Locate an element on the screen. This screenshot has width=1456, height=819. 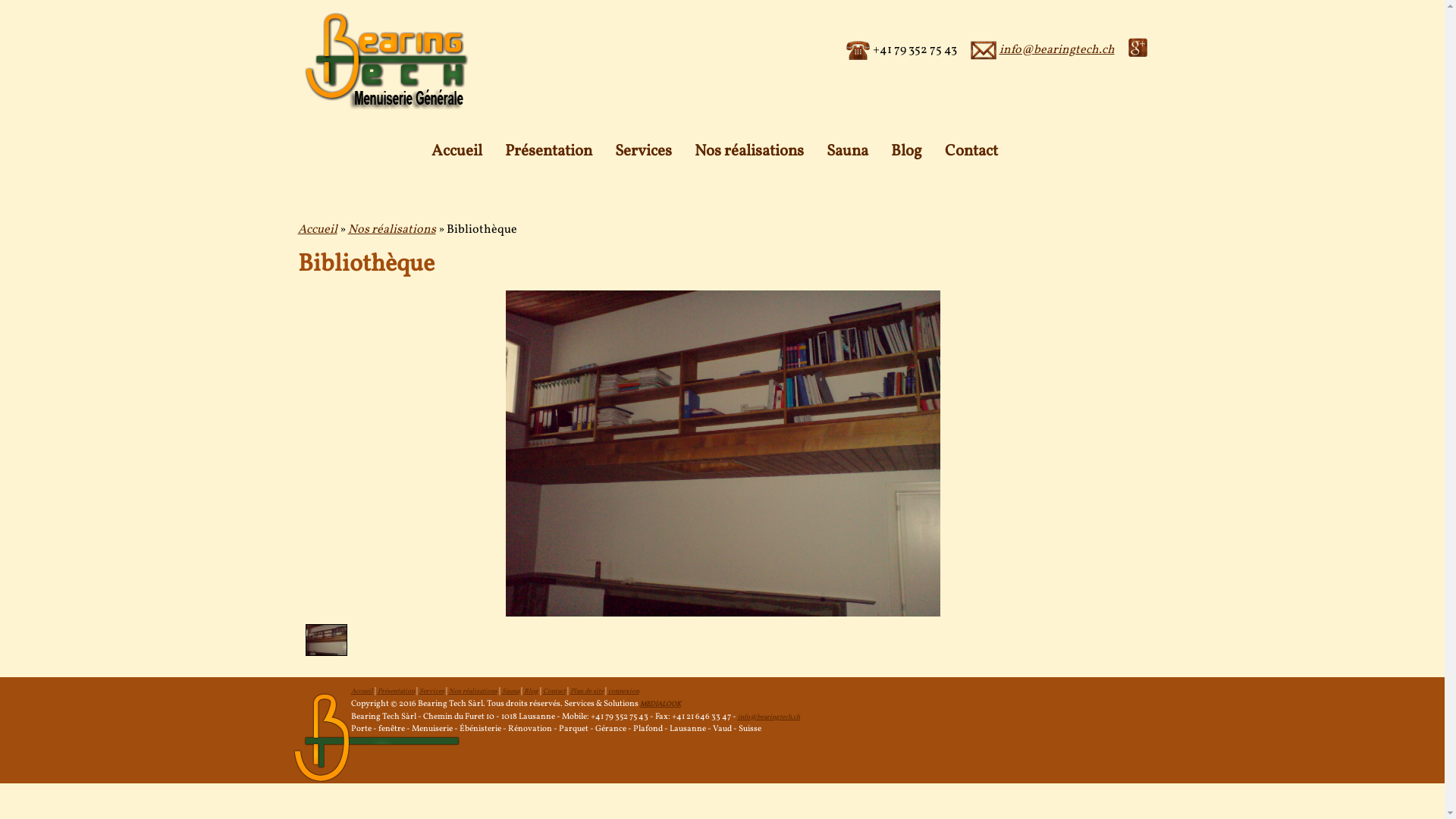
'Accueil' is located at coordinates (360, 691).